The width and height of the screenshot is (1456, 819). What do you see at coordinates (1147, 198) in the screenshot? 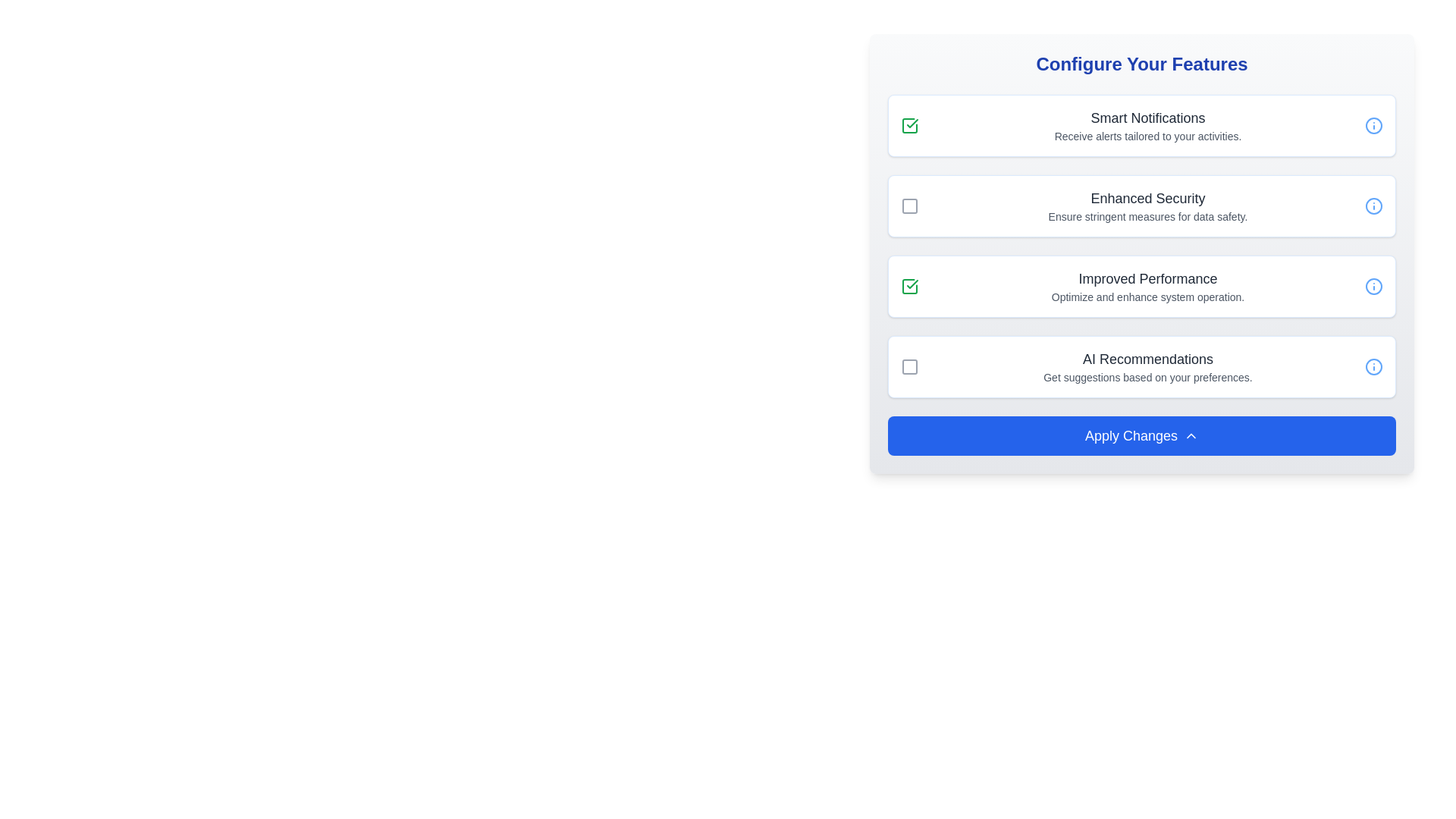
I see `the text label displaying 'Enhanced Security' in bold, larger font located at the top-center of the second section of the feature card` at bounding box center [1147, 198].